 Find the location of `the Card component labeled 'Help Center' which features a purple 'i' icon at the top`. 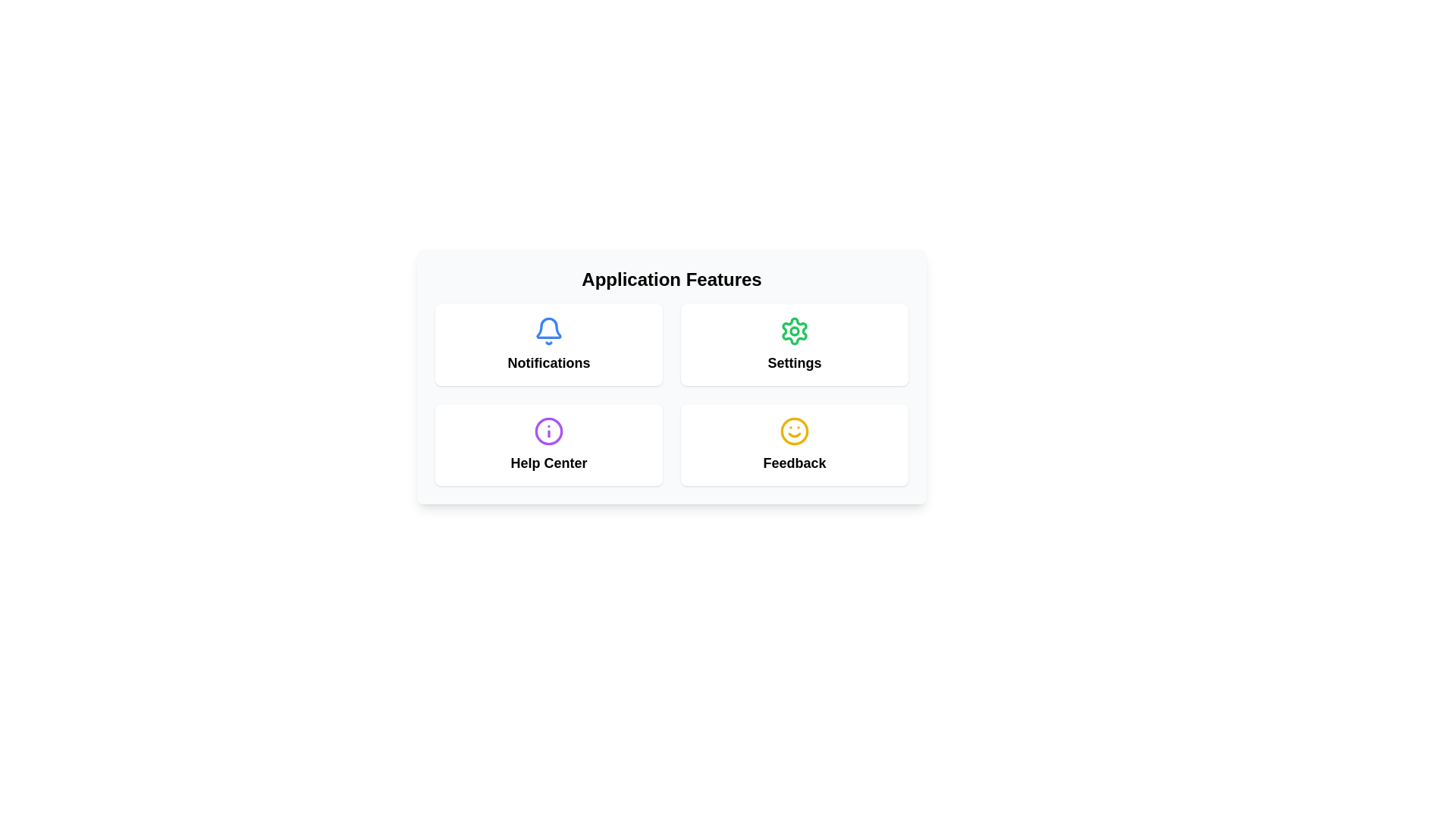

the Card component labeled 'Help Center' which features a purple 'i' icon at the top is located at coordinates (548, 444).